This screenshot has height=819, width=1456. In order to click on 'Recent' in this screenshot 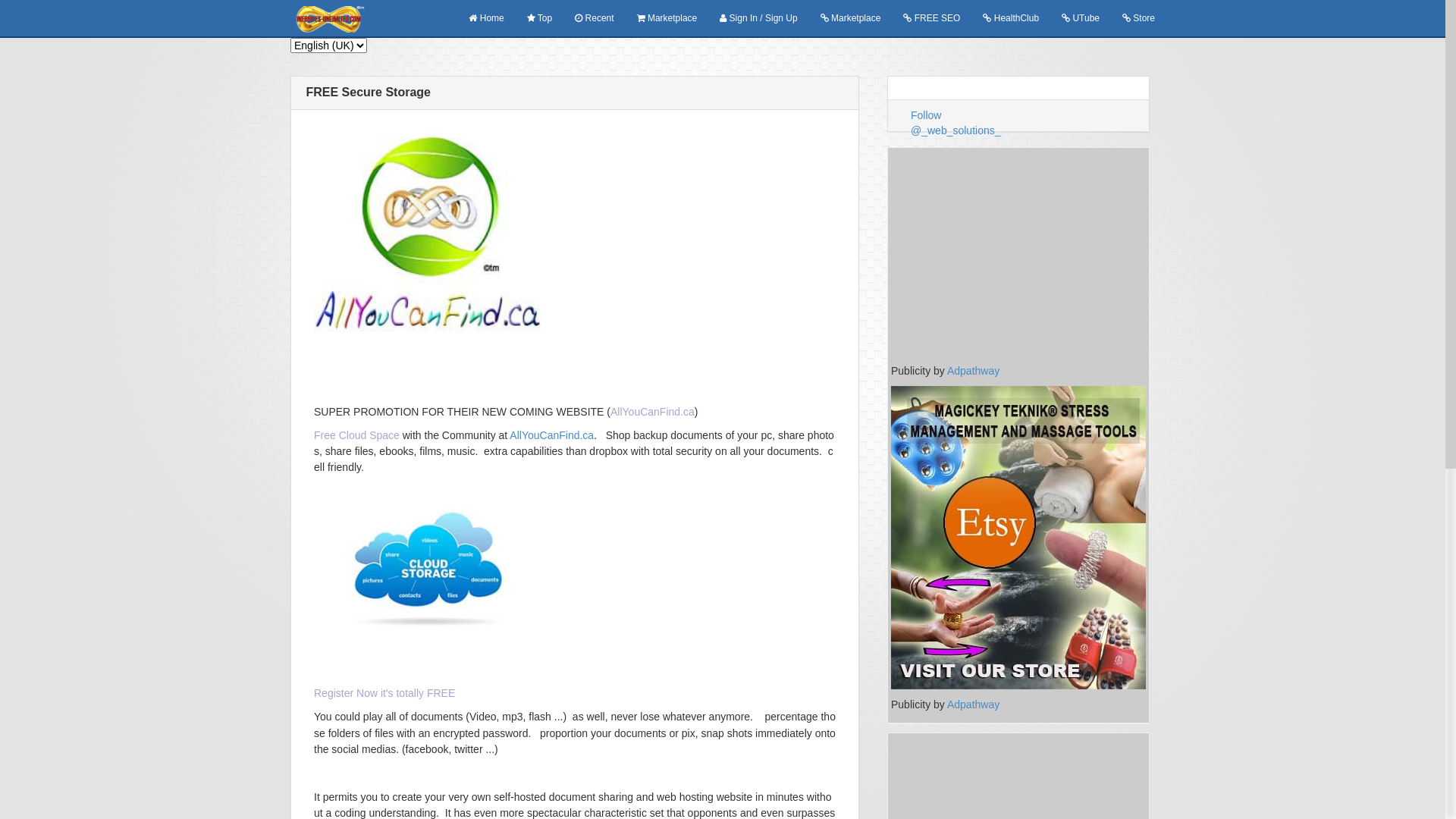, I will do `click(593, 17)`.